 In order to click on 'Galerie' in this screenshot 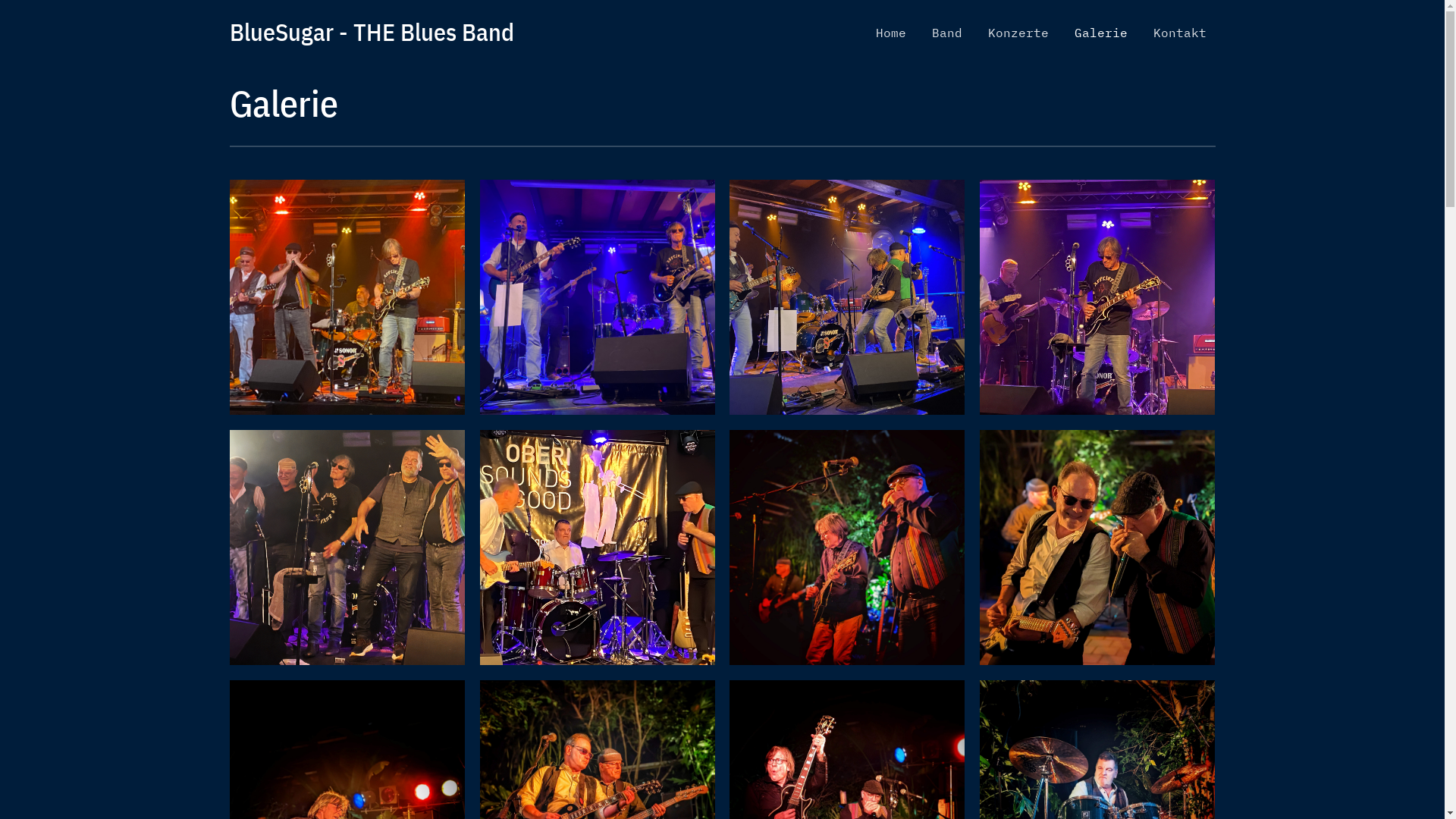, I will do `click(1100, 32)`.